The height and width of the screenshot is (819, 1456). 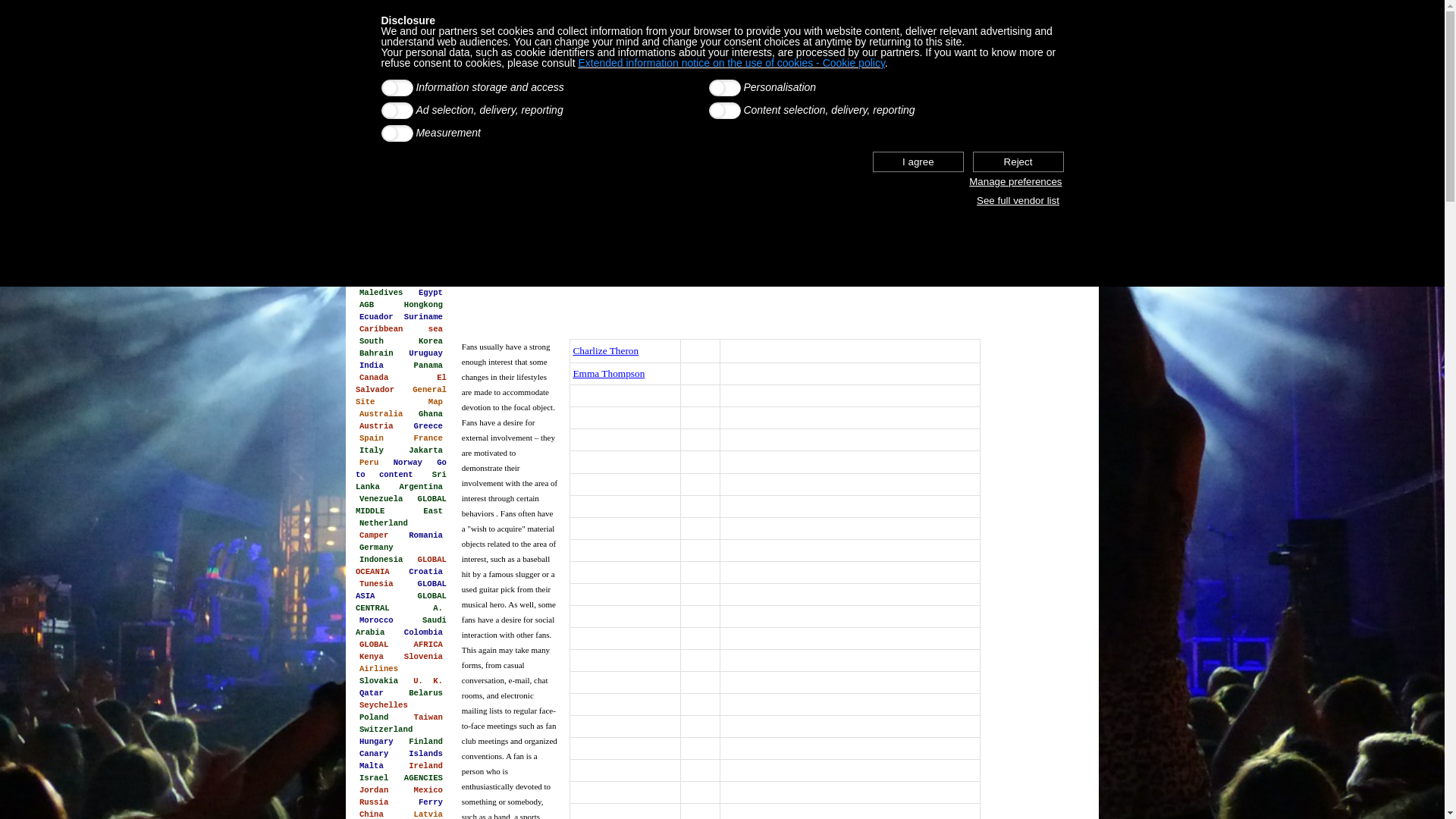 I want to click on 'Taiwan', so click(x=428, y=717).